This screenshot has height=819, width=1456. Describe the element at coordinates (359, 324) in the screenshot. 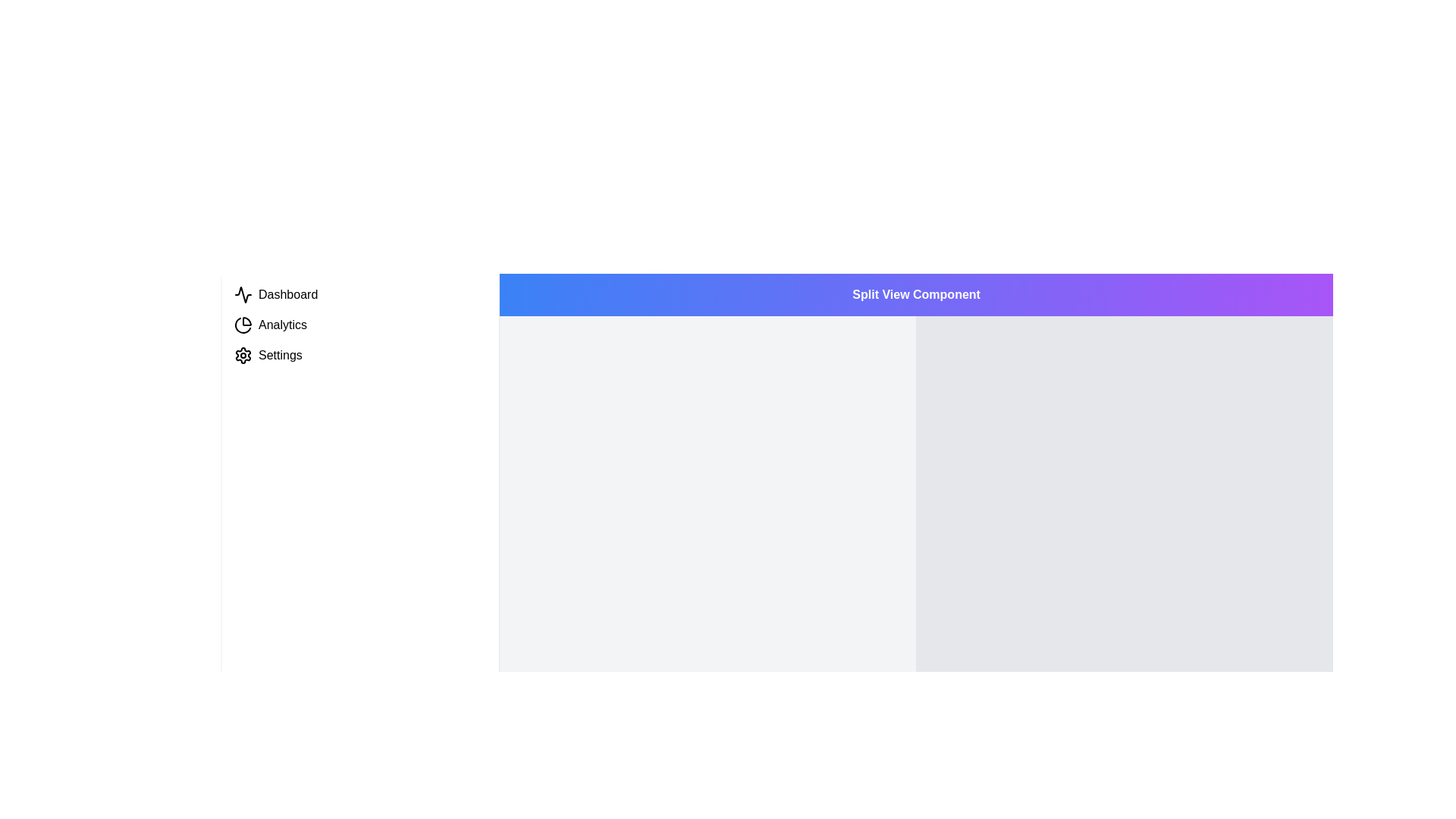

I see `the 'Analytics' item in the Navigation menu` at that location.